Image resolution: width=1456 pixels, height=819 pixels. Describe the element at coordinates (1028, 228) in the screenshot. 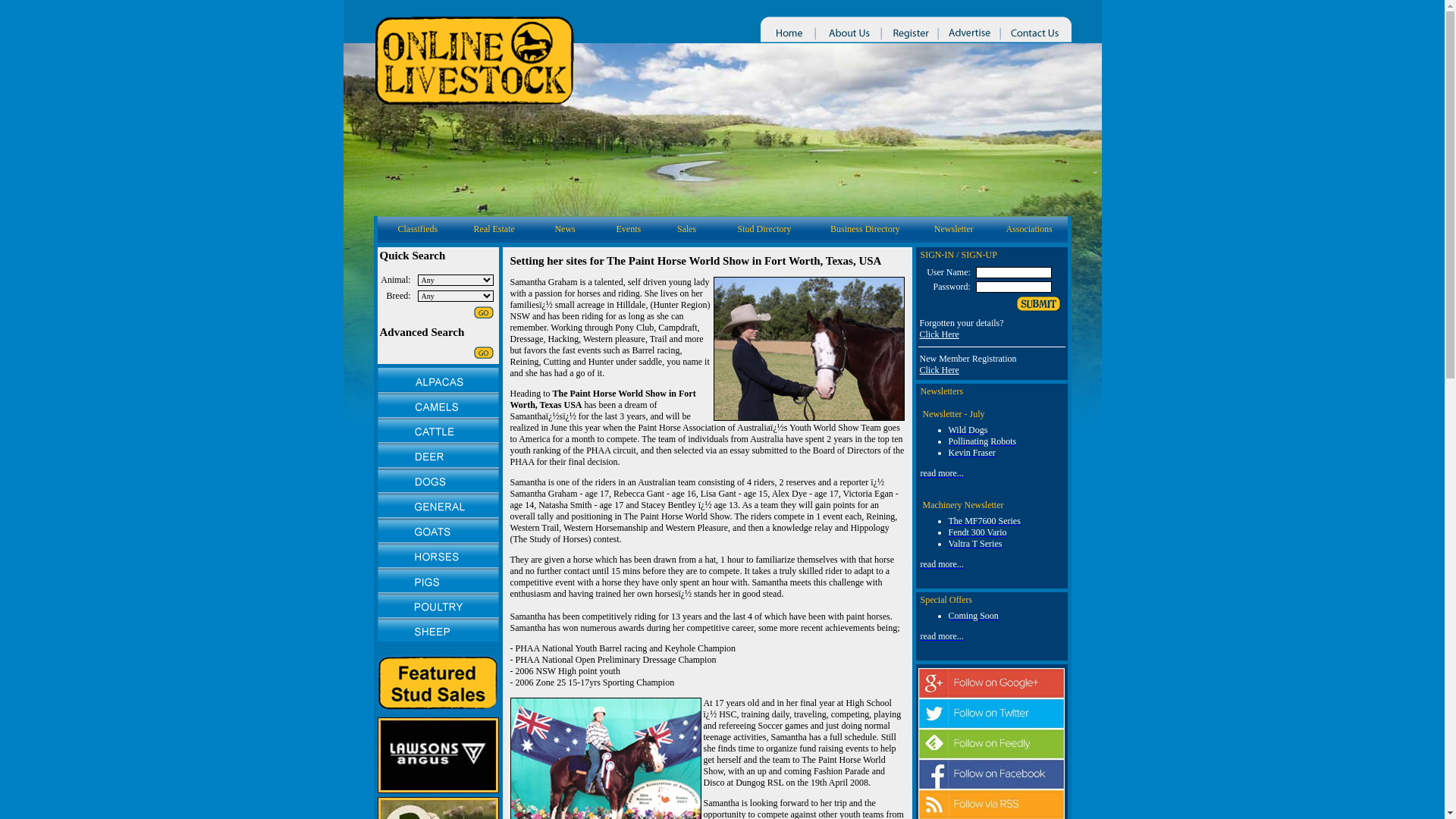

I see `'Associations'` at that location.